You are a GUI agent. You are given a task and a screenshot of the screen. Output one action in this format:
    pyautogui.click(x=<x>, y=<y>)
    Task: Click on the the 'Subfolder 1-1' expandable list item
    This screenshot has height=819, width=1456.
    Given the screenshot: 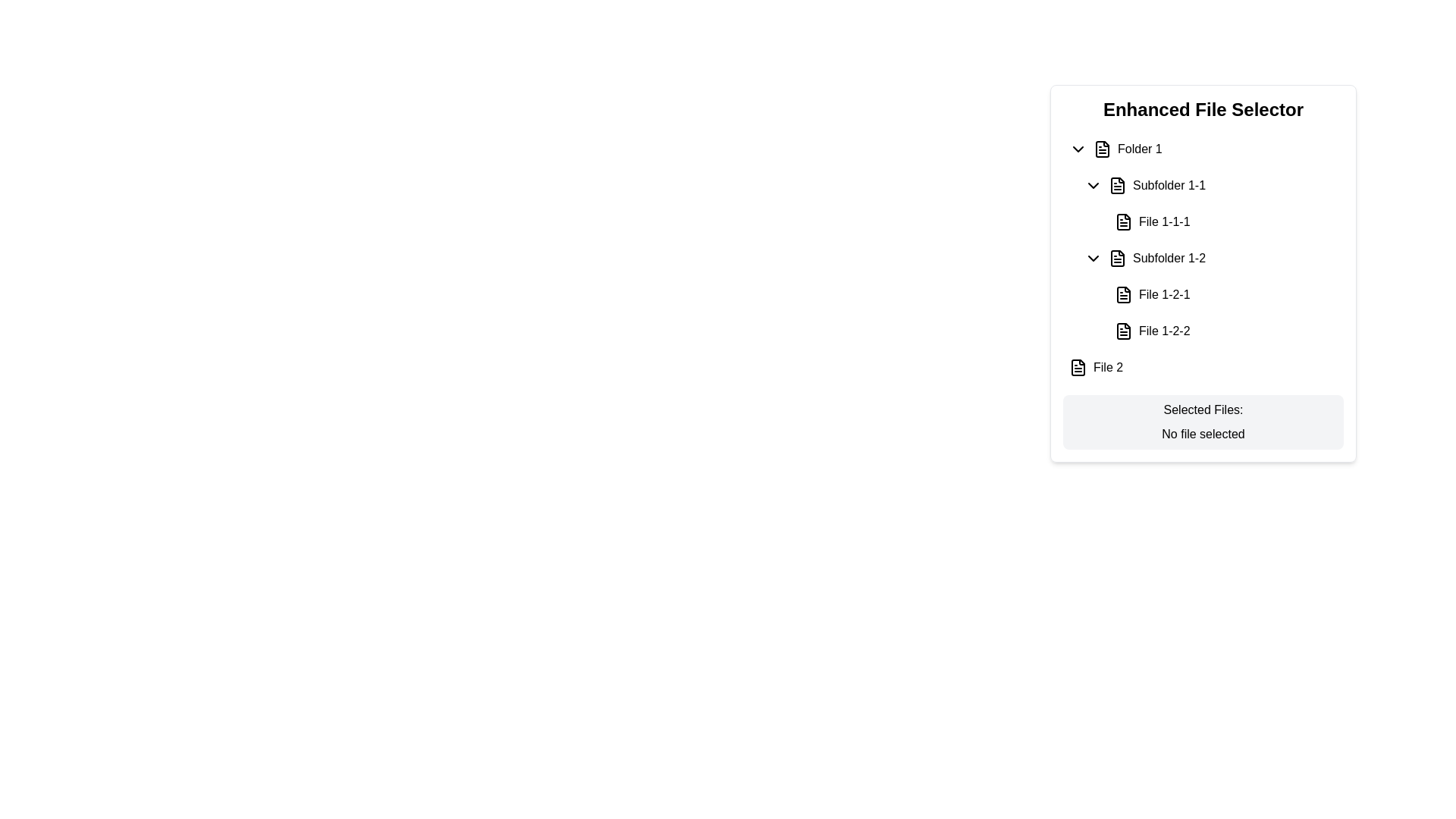 What is the action you would take?
    pyautogui.click(x=1210, y=185)
    